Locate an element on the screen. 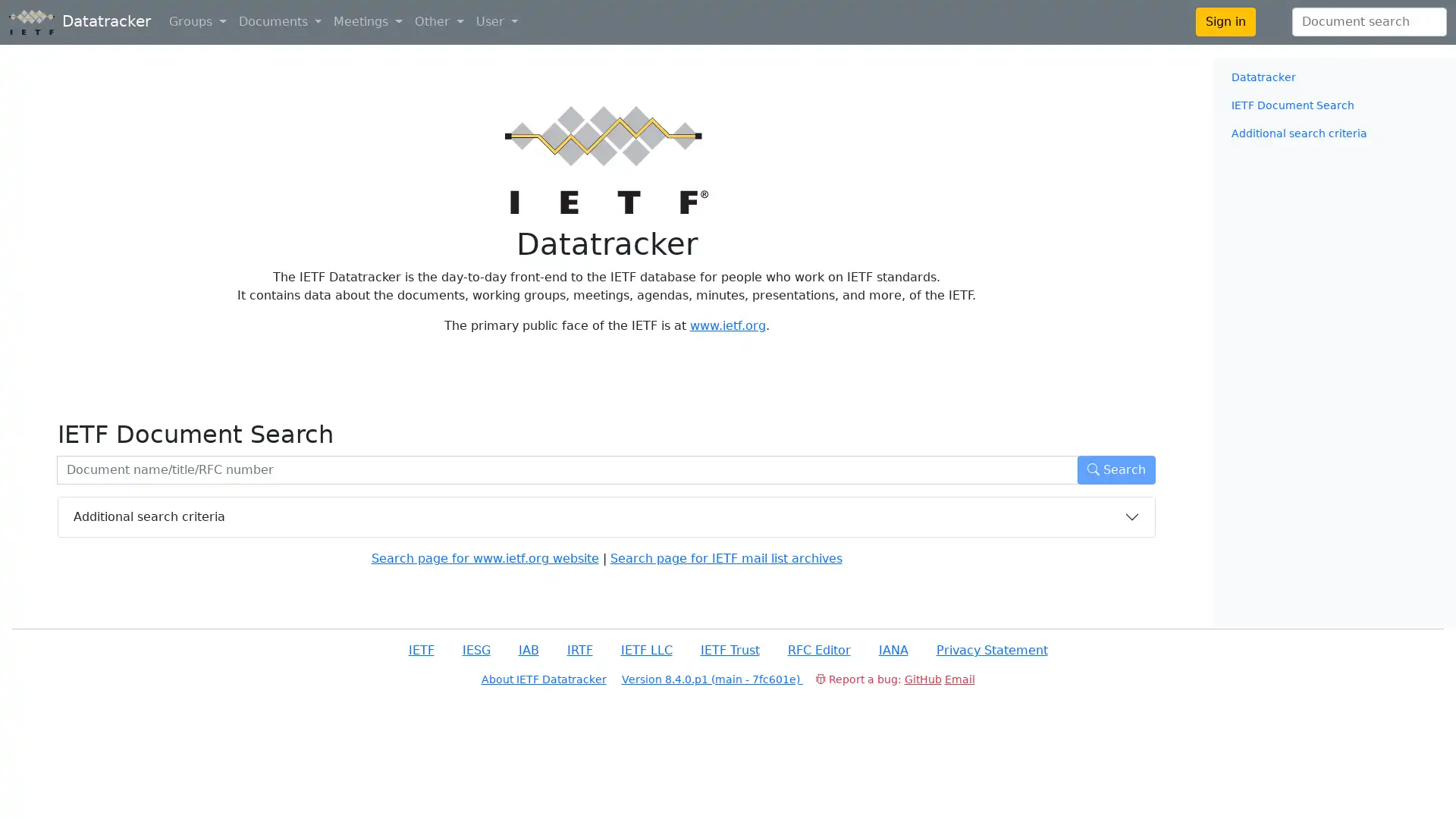  Documents is located at coordinates (280, 22).